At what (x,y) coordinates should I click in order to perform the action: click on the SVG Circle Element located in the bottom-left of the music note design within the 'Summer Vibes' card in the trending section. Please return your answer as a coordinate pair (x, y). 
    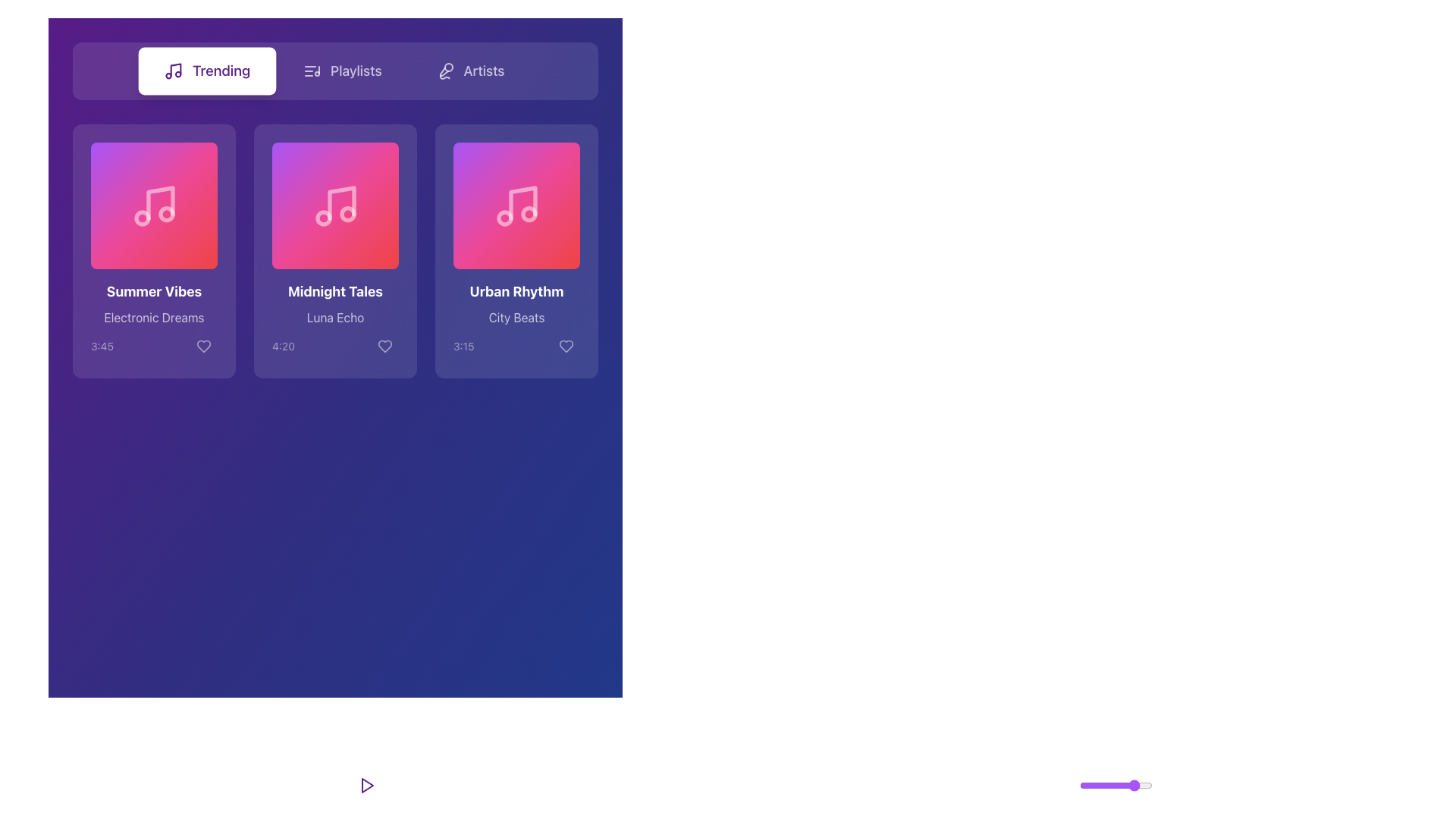
    Looking at the image, I should click on (142, 218).